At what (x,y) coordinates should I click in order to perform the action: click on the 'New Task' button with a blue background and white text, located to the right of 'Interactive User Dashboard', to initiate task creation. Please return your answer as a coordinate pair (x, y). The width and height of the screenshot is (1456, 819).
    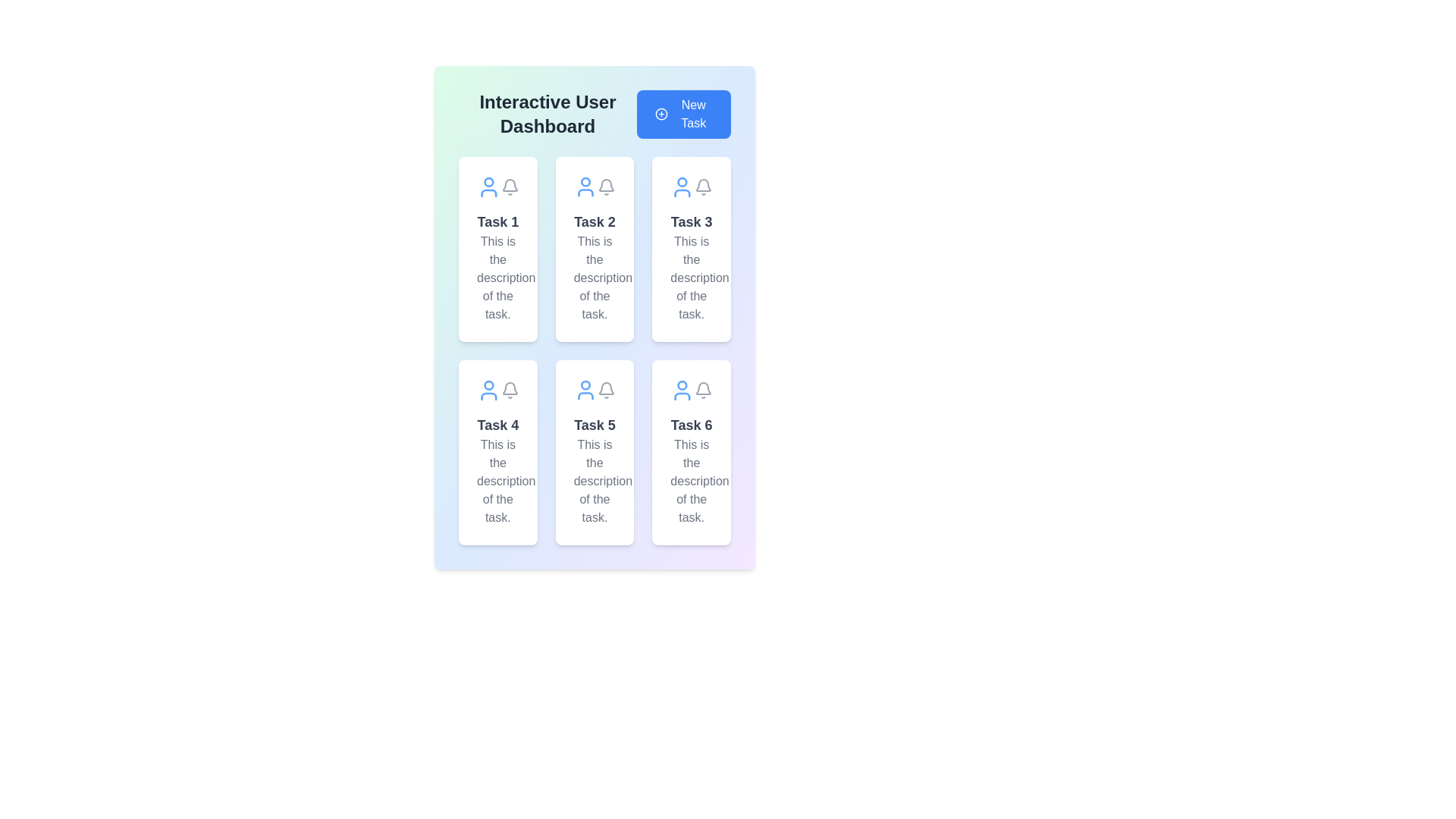
    Looking at the image, I should click on (683, 113).